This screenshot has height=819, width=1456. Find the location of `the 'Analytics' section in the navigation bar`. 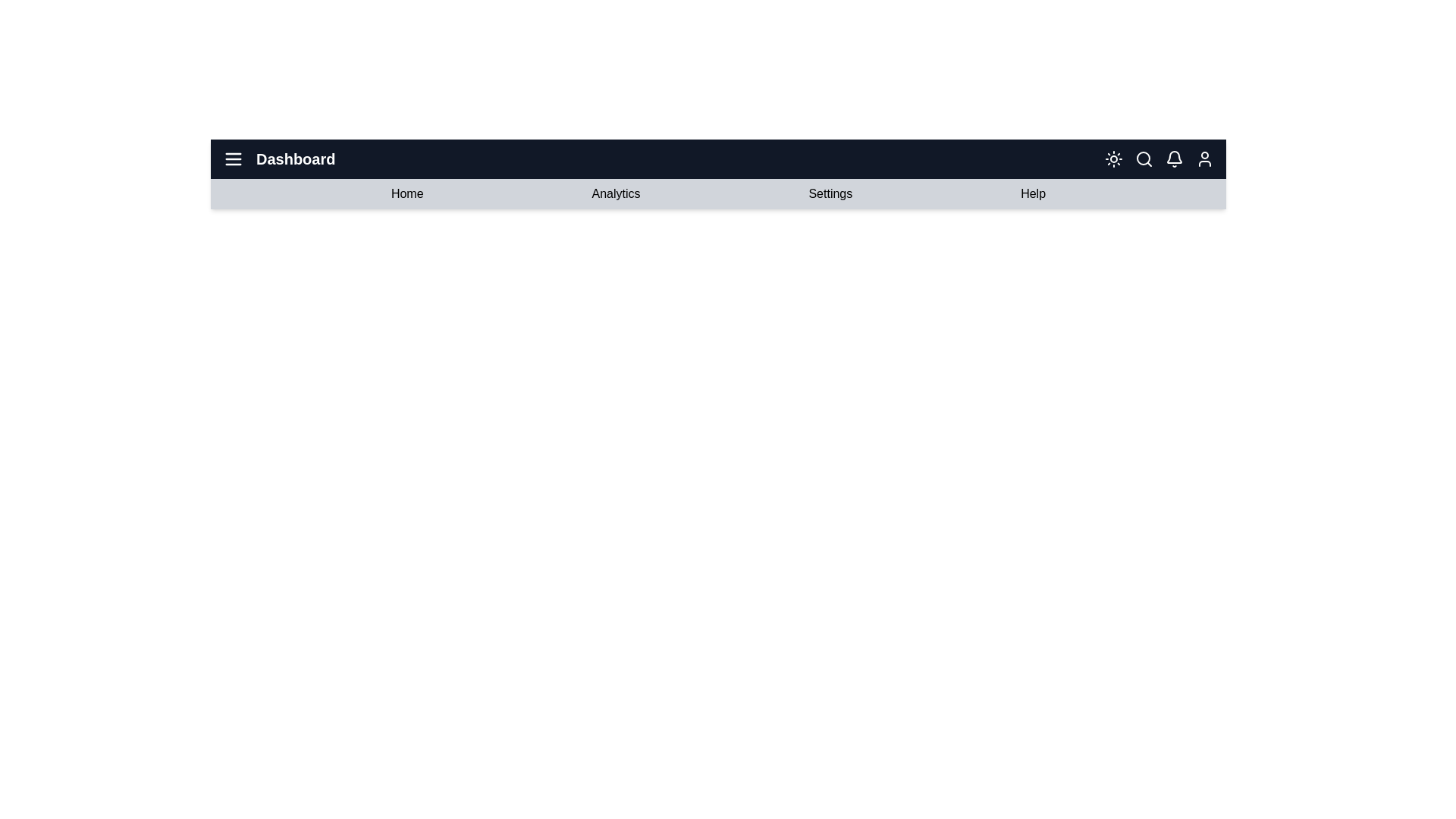

the 'Analytics' section in the navigation bar is located at coordinates (615, 193).